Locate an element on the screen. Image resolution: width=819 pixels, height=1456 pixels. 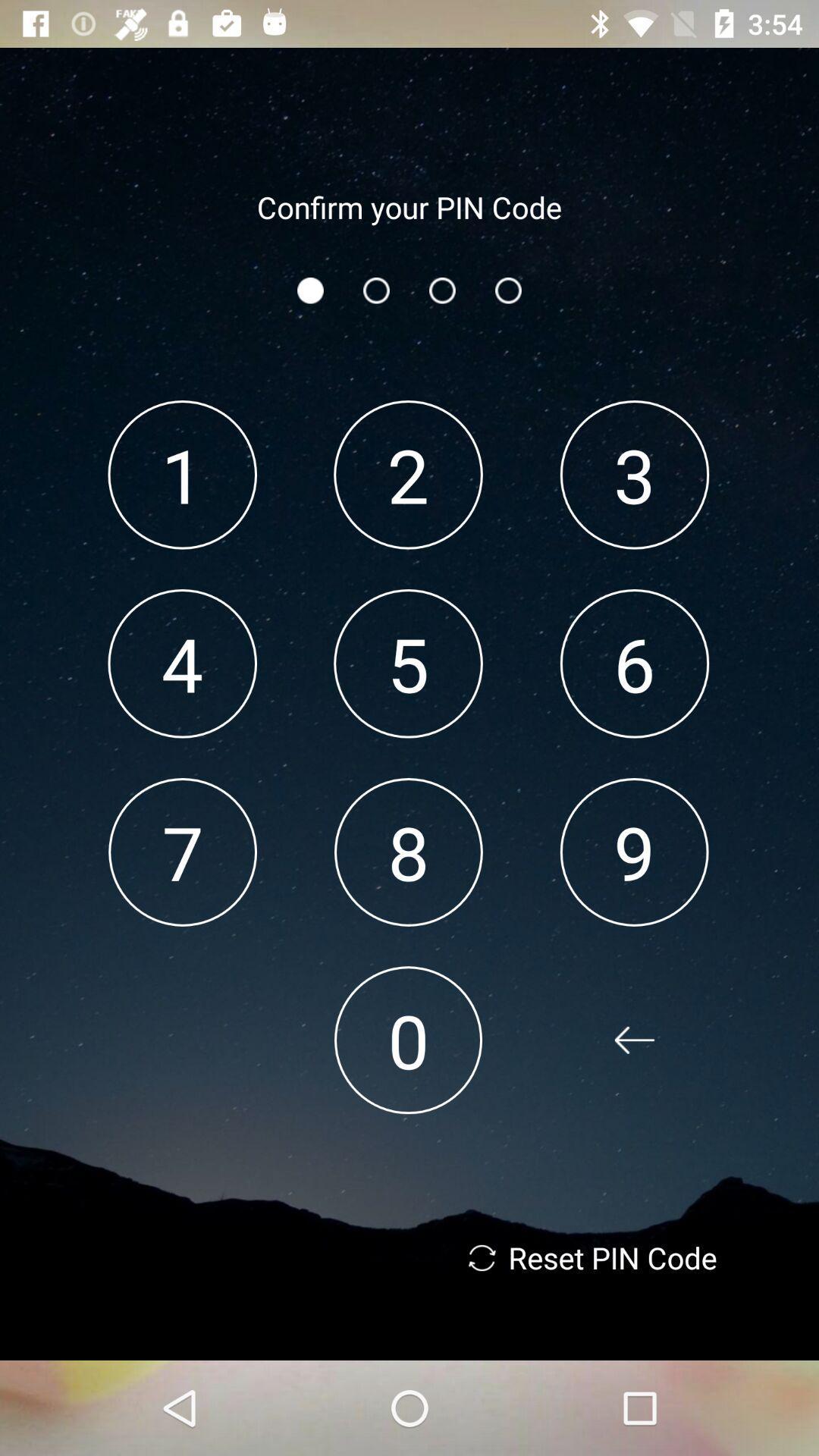
4 icon is located at coordinates (181, 664).